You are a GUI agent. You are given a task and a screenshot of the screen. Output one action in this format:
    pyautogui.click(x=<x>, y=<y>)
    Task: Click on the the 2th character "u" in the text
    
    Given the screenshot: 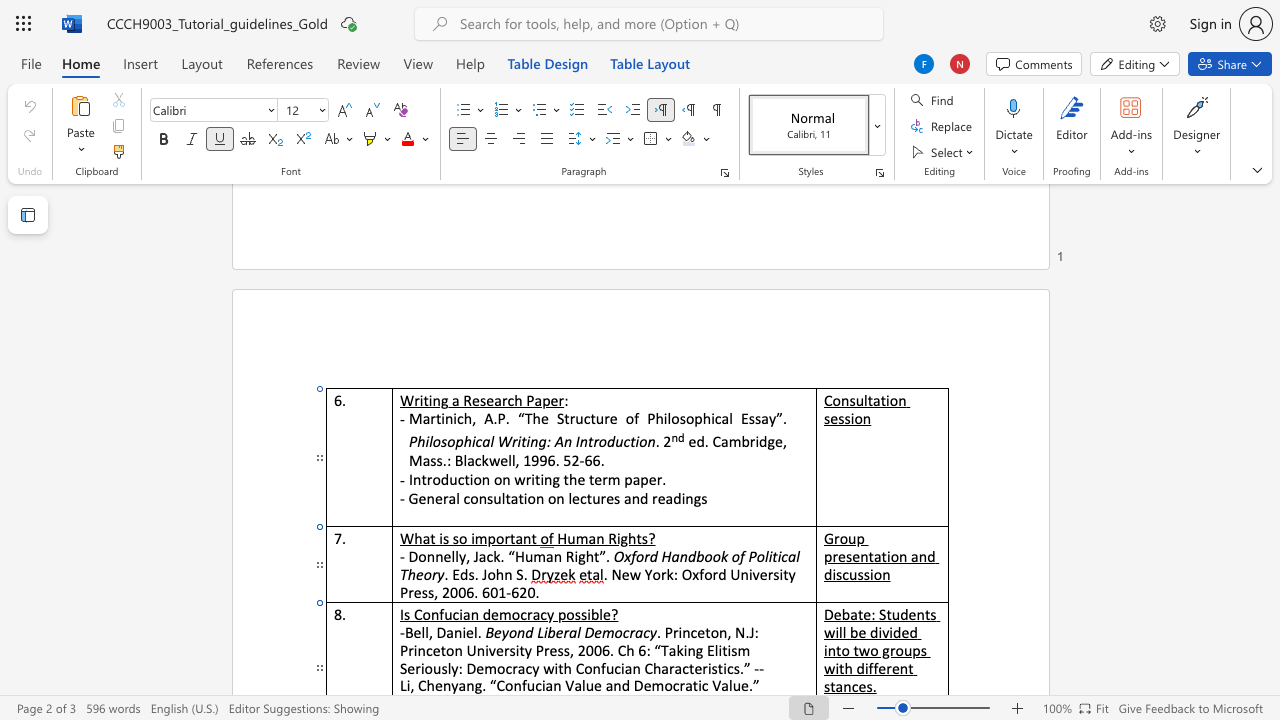 What is the action you would take?
    pyautogui.click(x=609, y=668)
    